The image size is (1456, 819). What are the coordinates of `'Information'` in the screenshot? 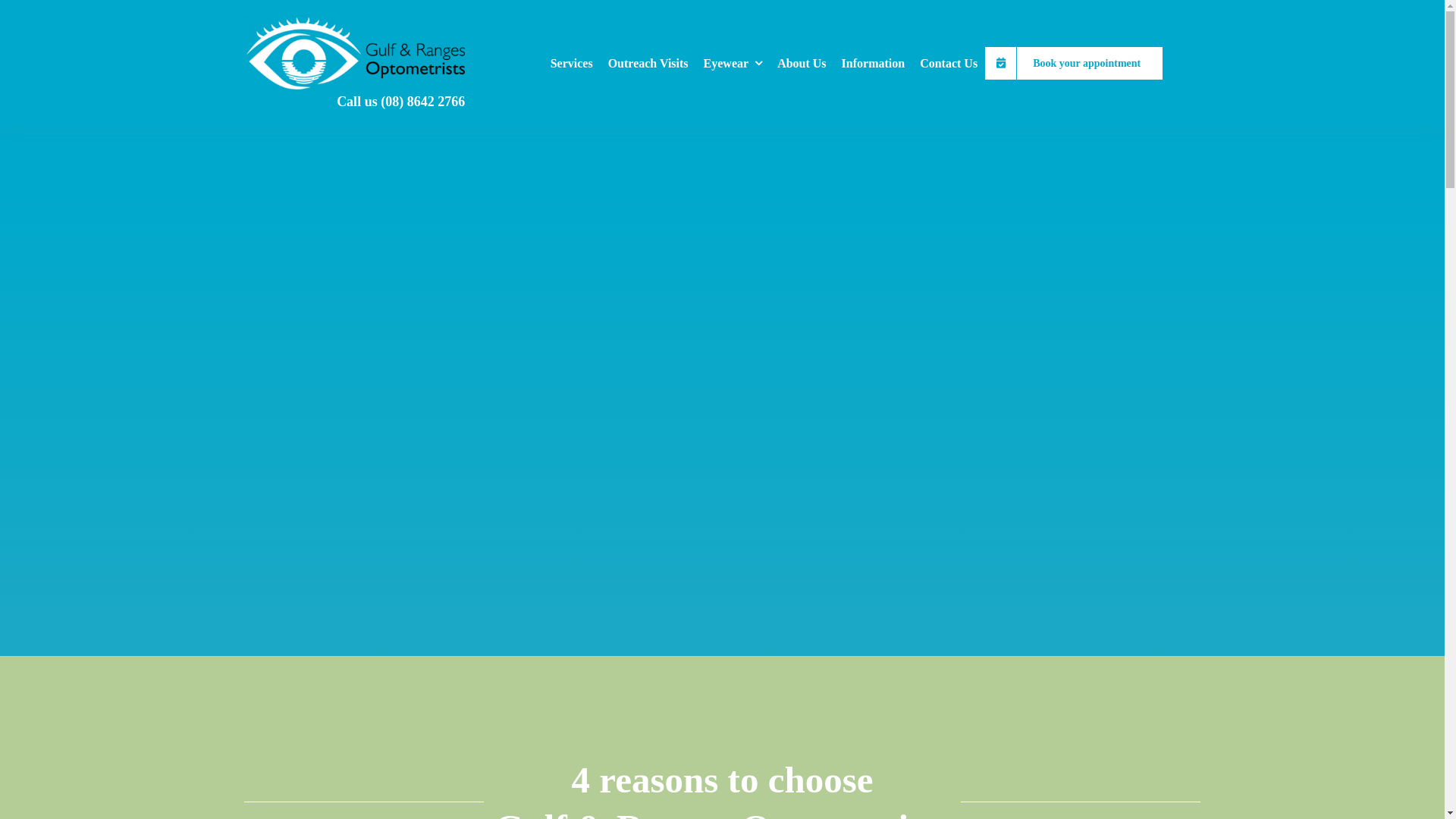 It's located at (874, 62).